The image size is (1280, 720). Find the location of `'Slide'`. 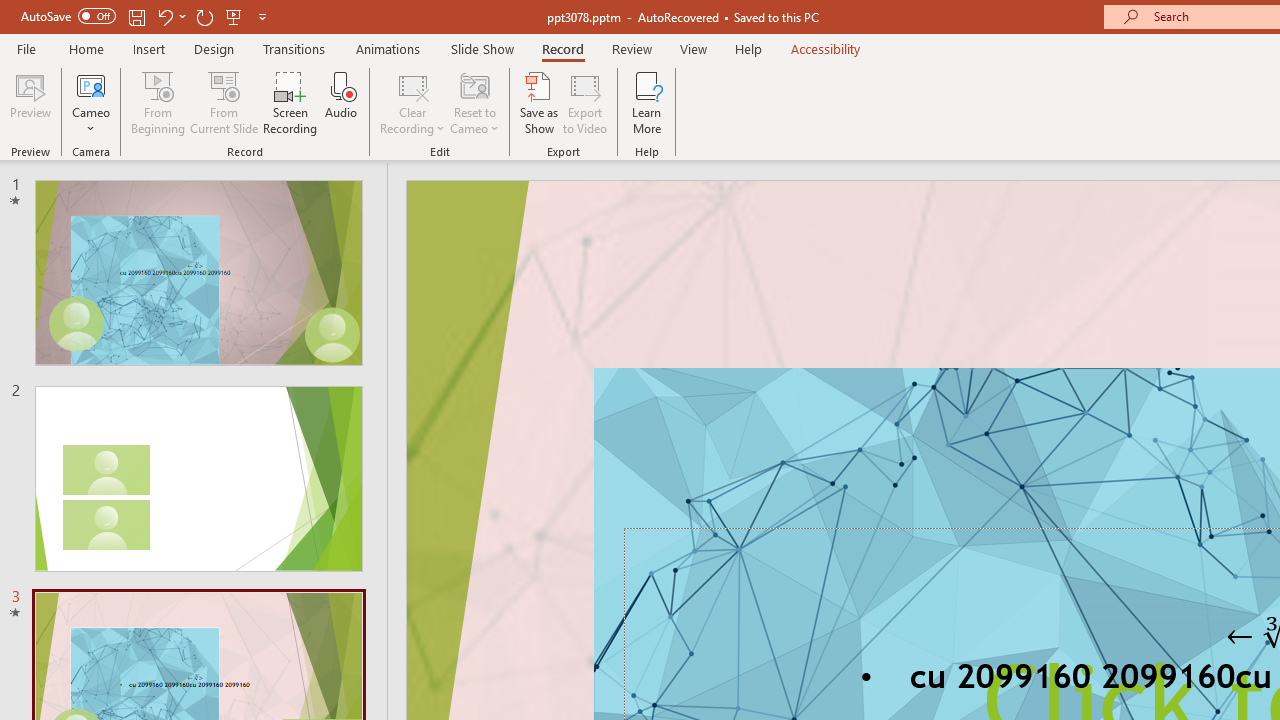

'Slide' is located at coordinates (199, 479).